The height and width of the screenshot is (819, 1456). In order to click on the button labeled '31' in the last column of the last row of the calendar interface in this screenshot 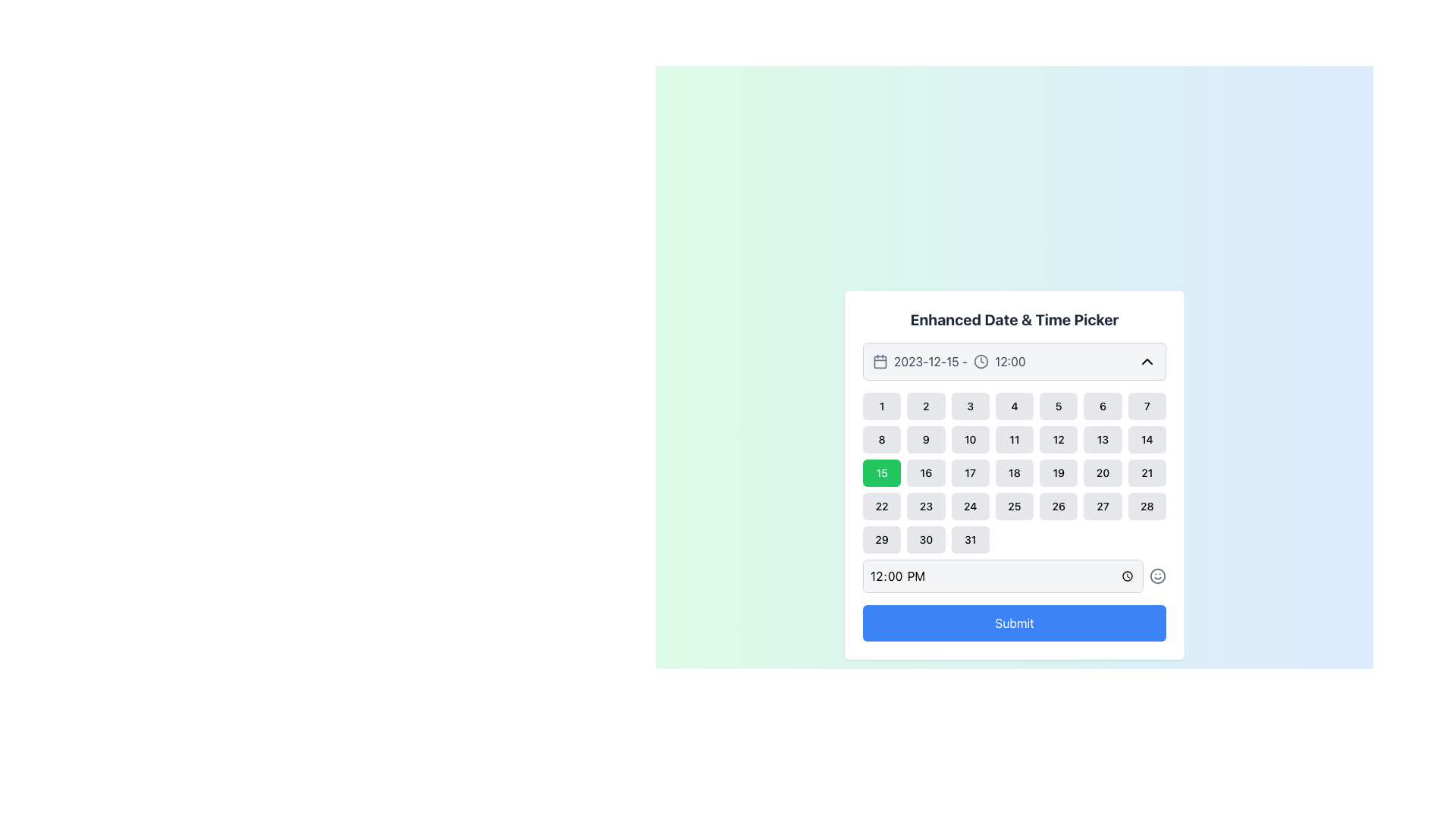, I will do `click(969, 539)`.